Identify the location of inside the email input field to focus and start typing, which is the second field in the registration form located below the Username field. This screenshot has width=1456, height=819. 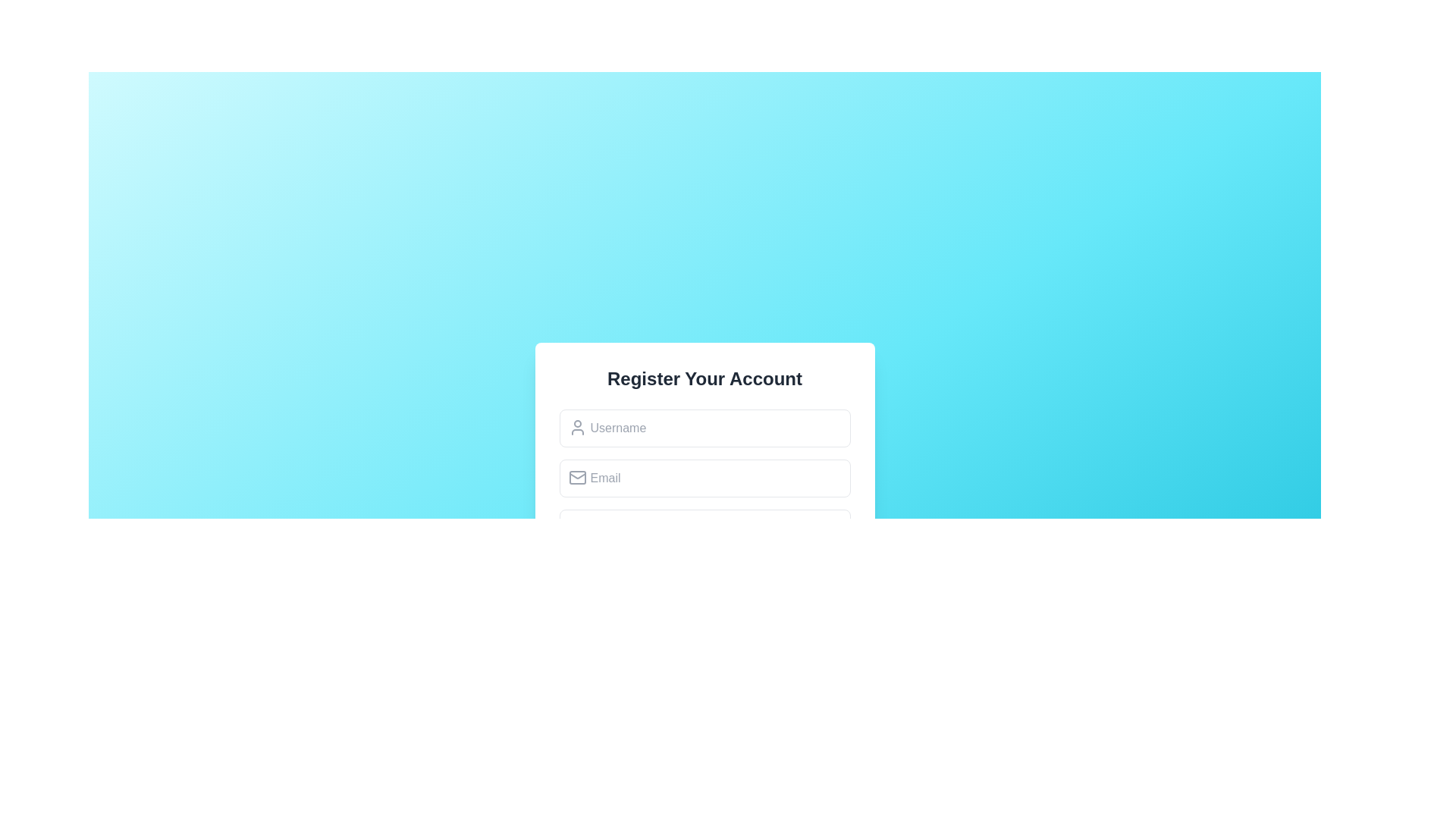
(704, 479).